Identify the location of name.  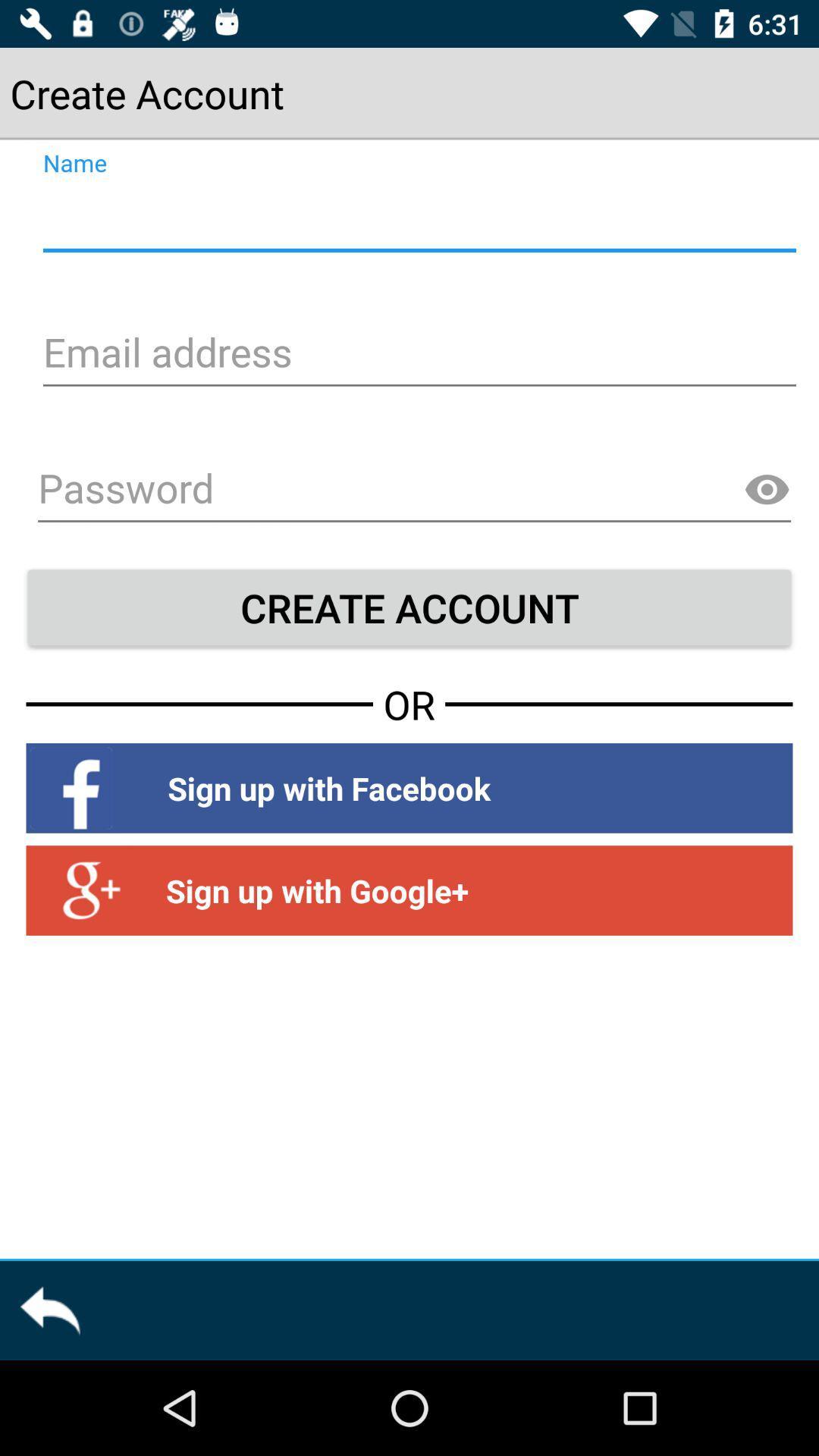
(417, 218).